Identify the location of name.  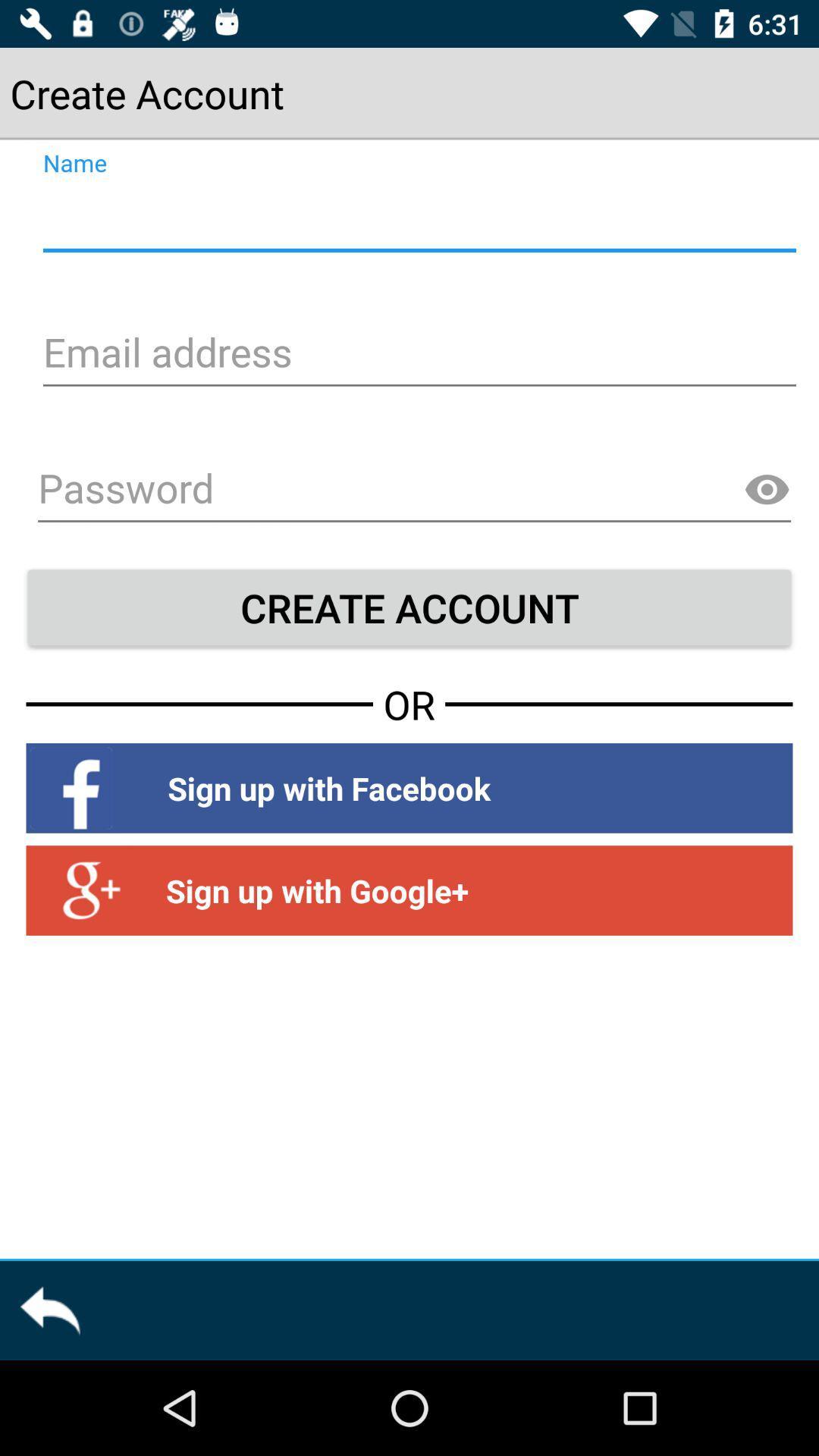
(417, 218).